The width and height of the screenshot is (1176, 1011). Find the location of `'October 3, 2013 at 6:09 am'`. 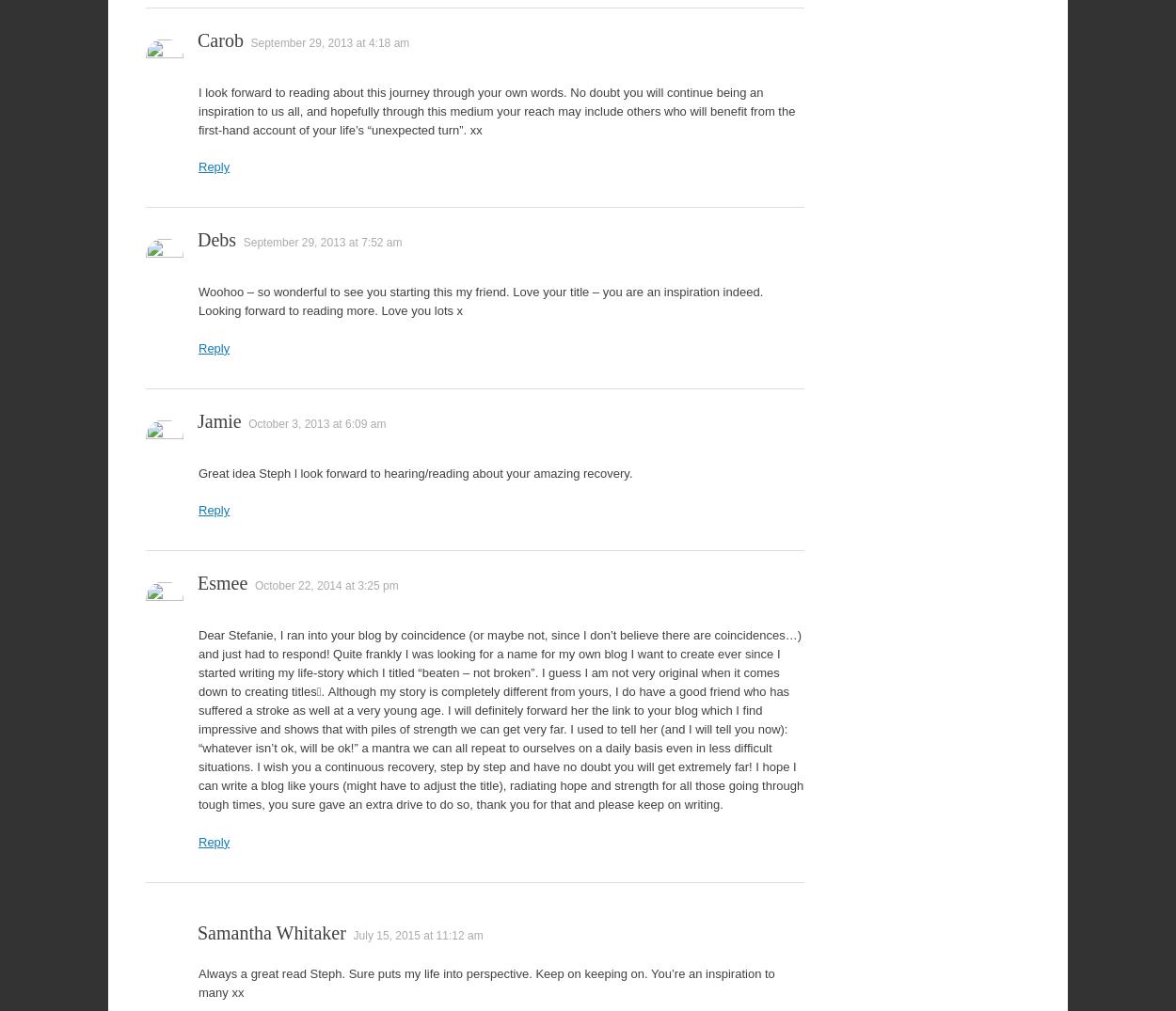

'October 3, 2013 at 6:09 am' is located at coordinates (316, 422).